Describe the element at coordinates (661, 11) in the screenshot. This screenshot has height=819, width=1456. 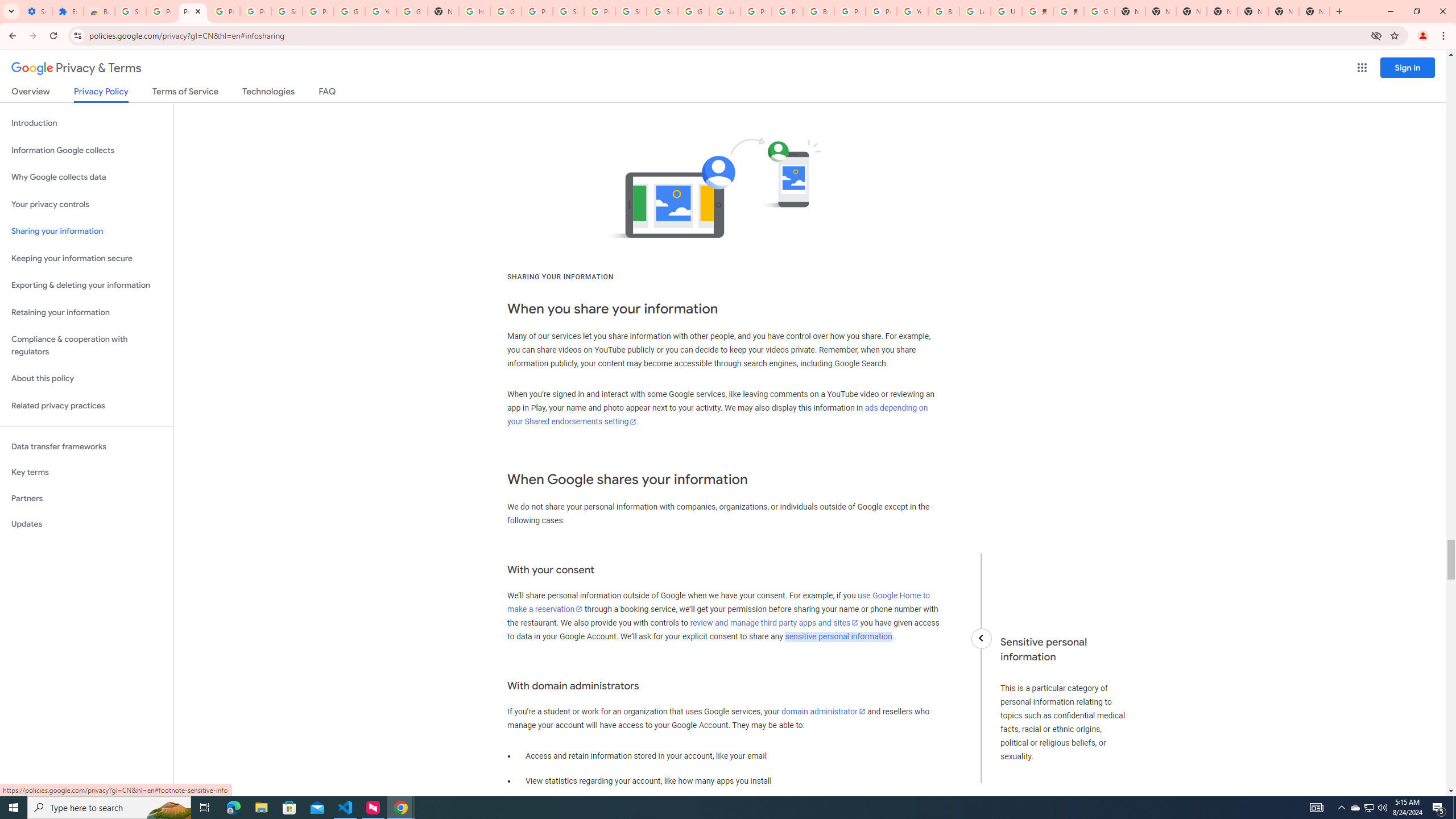
I see `'Sign in - Google Accounts'` at that location.